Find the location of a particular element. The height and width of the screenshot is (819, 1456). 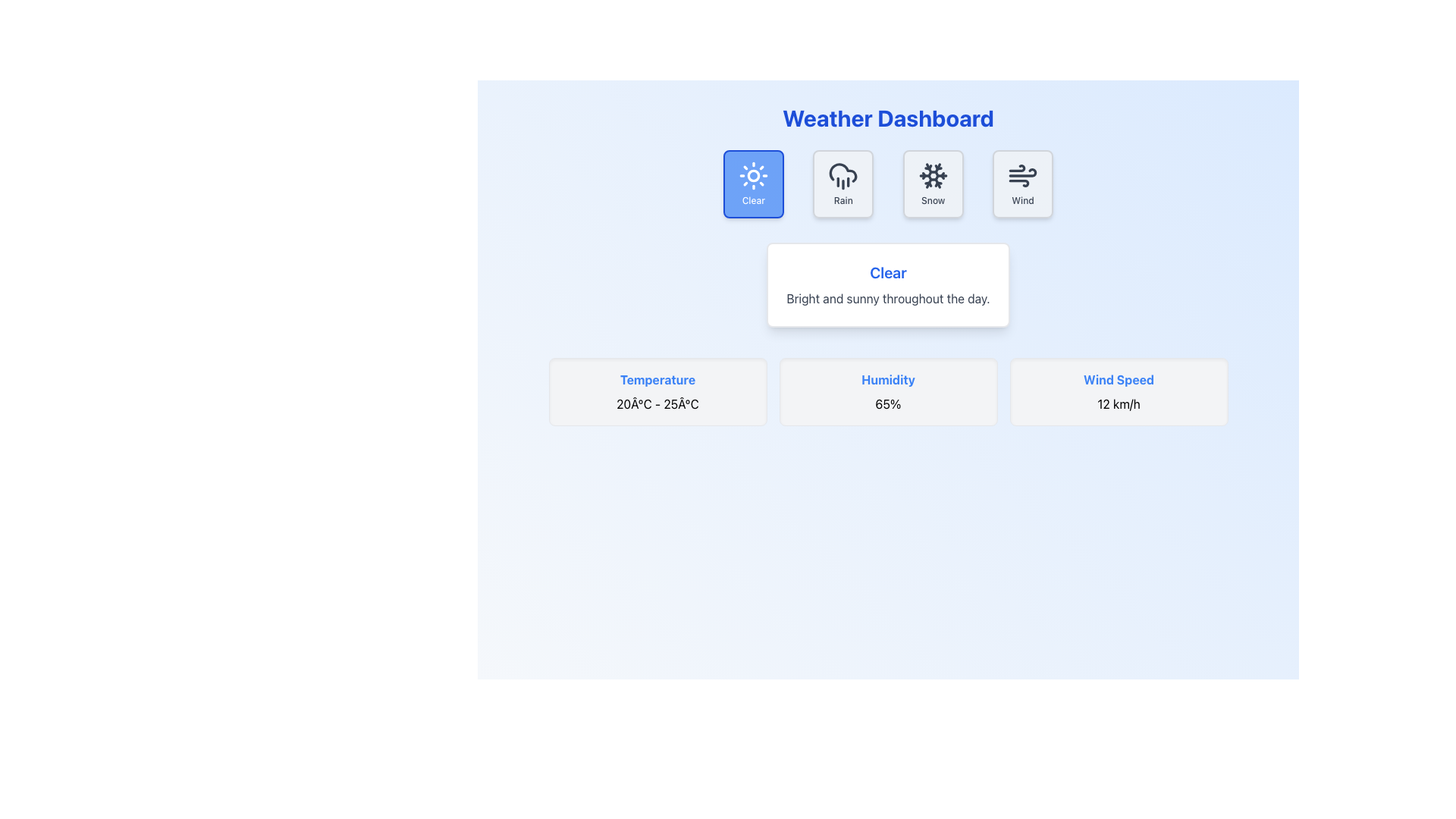

the text label displaying 'Clear', which is centered below a sun icon on a blue button with rounded corners is located at coordinates (753, 200).